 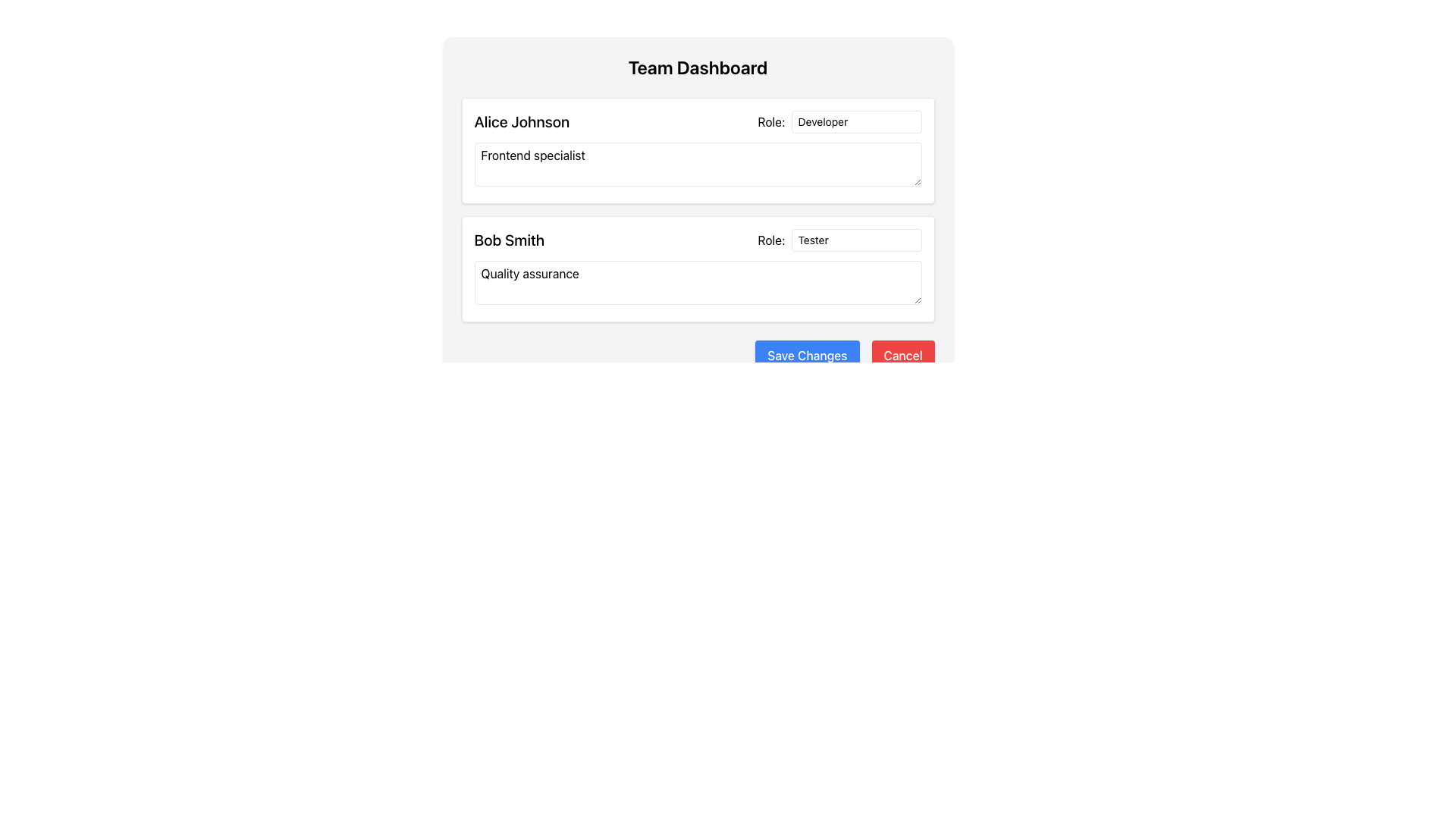 What do you see at coordinates (771, 239) in the screenshot?
I see `the associated field` at bounding box center [771, 239].